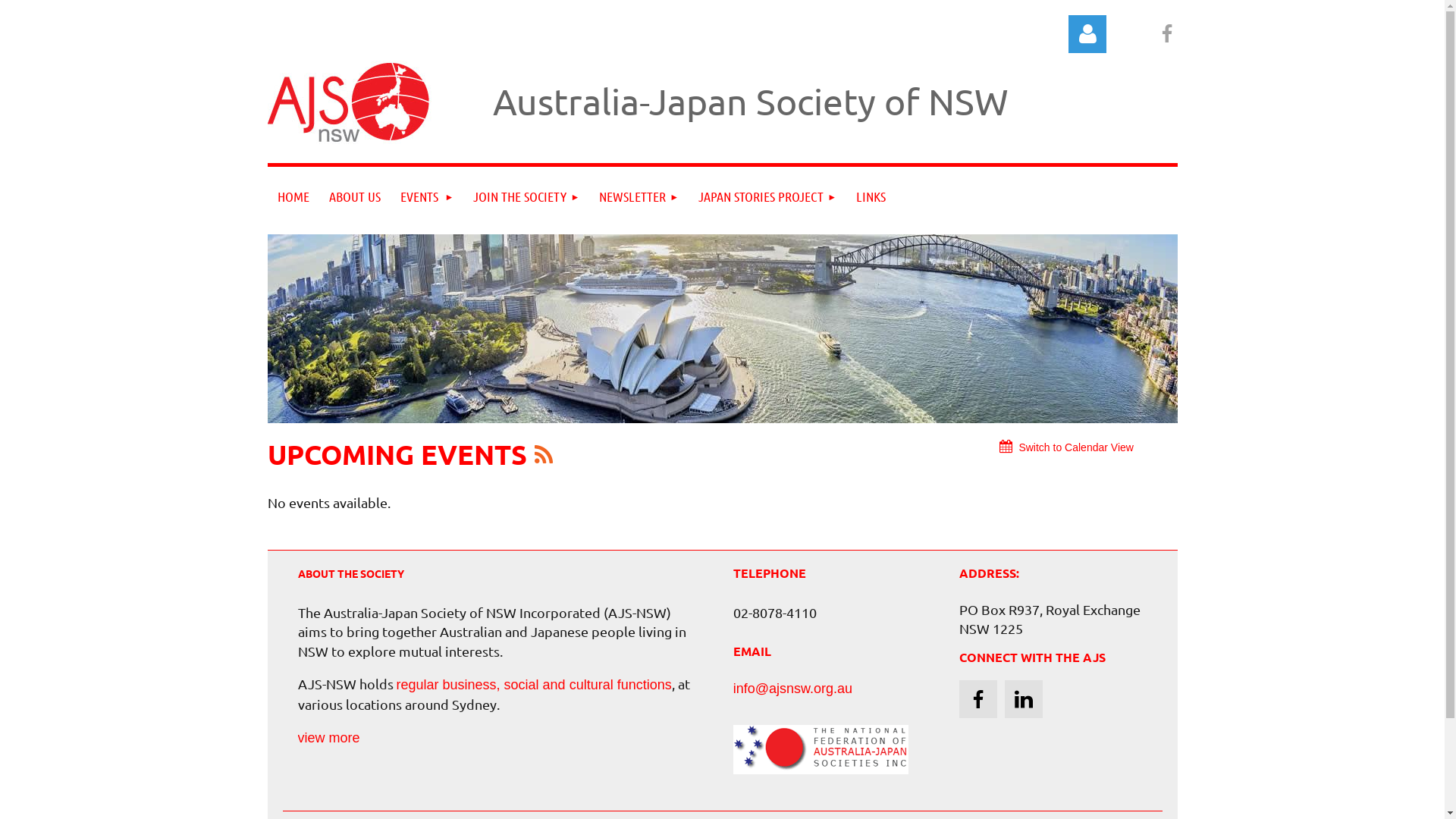 This screenshot has height=819, width=1456. I want to click on 'Switch to Calendar View', so click(998, 447).